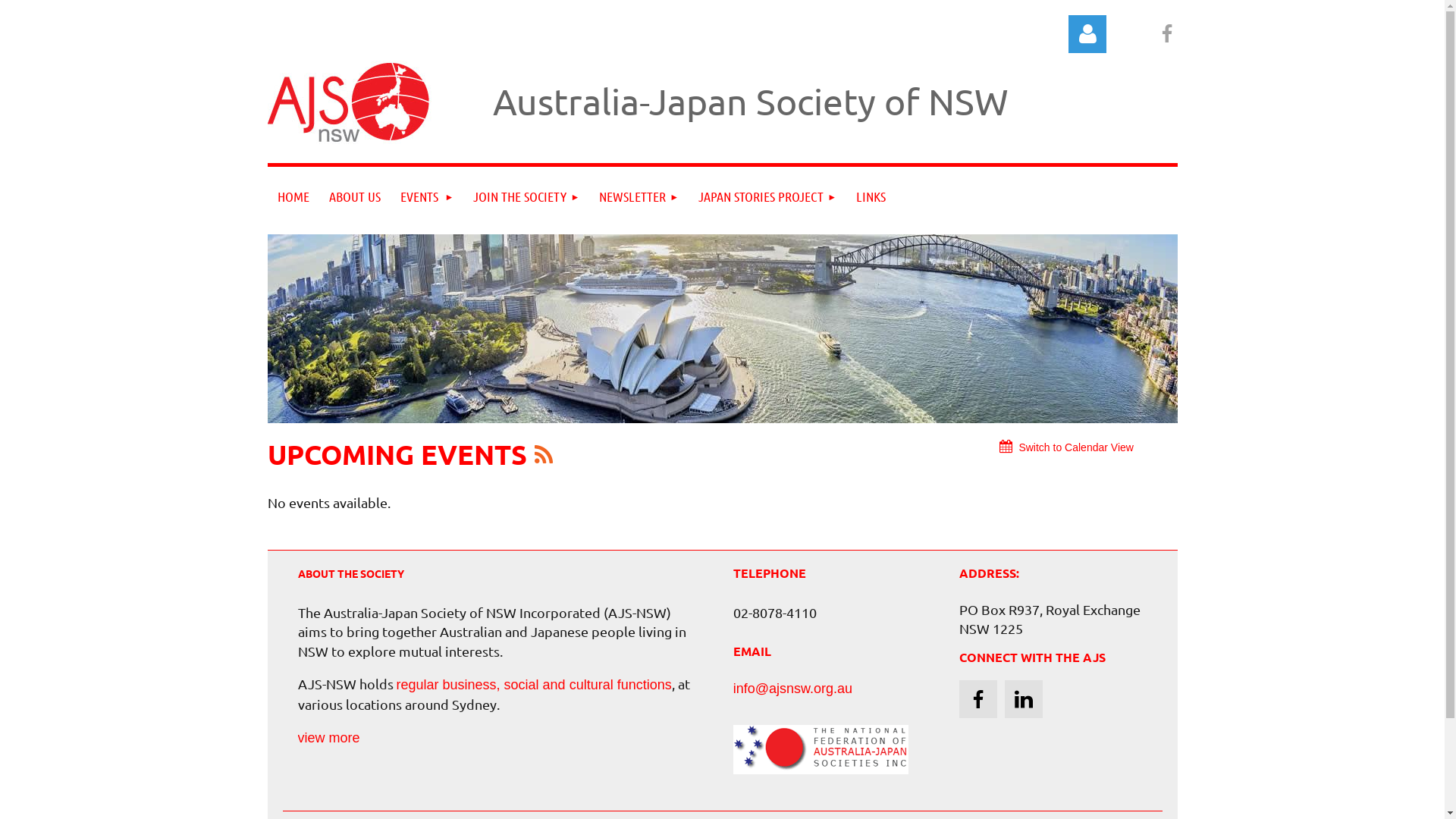 This screenshot has height=819, width=1456. I want to click on 'Switch to Calendar View', so click(998, 447).